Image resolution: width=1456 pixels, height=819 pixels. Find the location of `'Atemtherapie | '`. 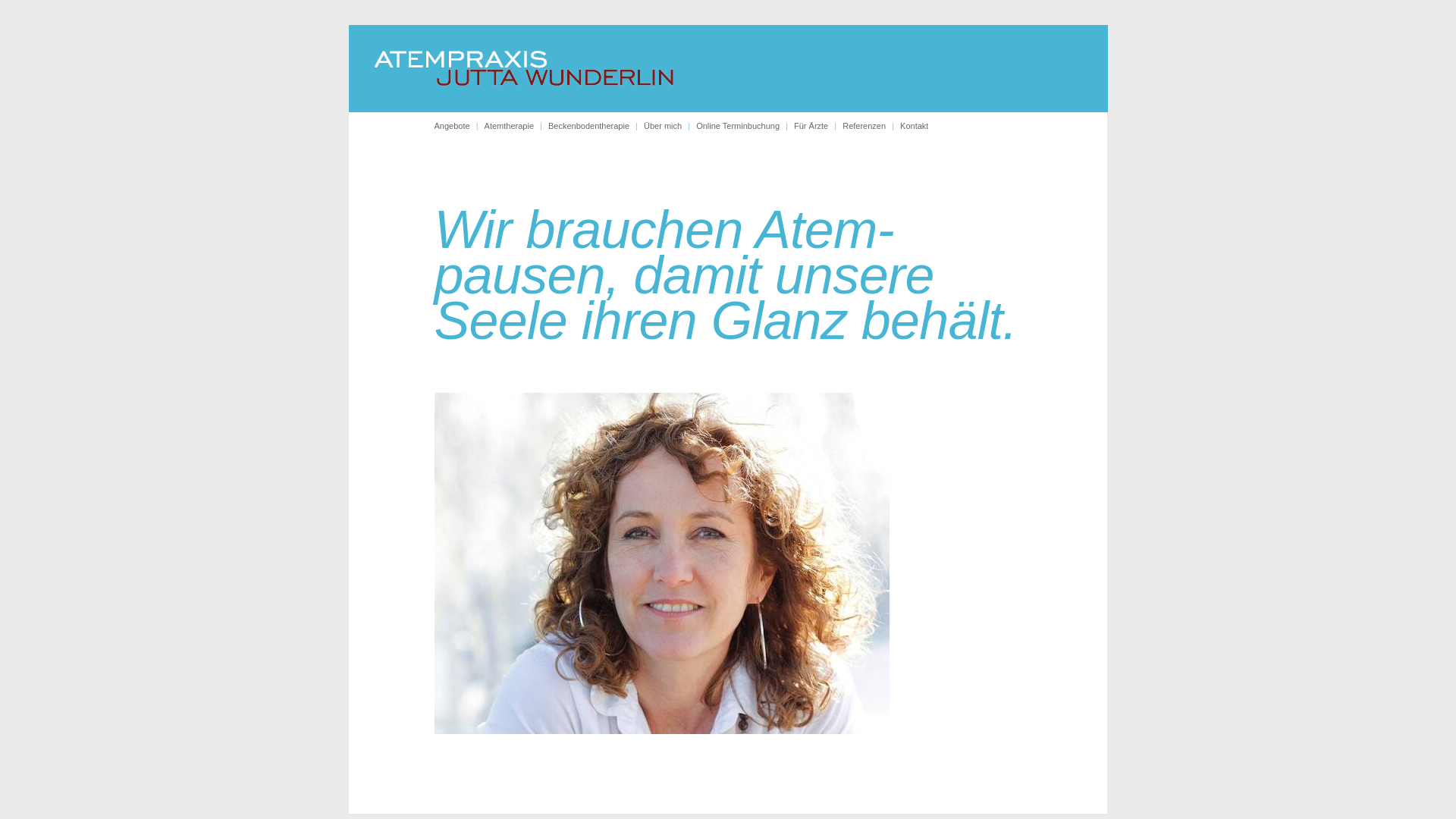

'Atemtherapie | ' is located at coordinates (516, 124).